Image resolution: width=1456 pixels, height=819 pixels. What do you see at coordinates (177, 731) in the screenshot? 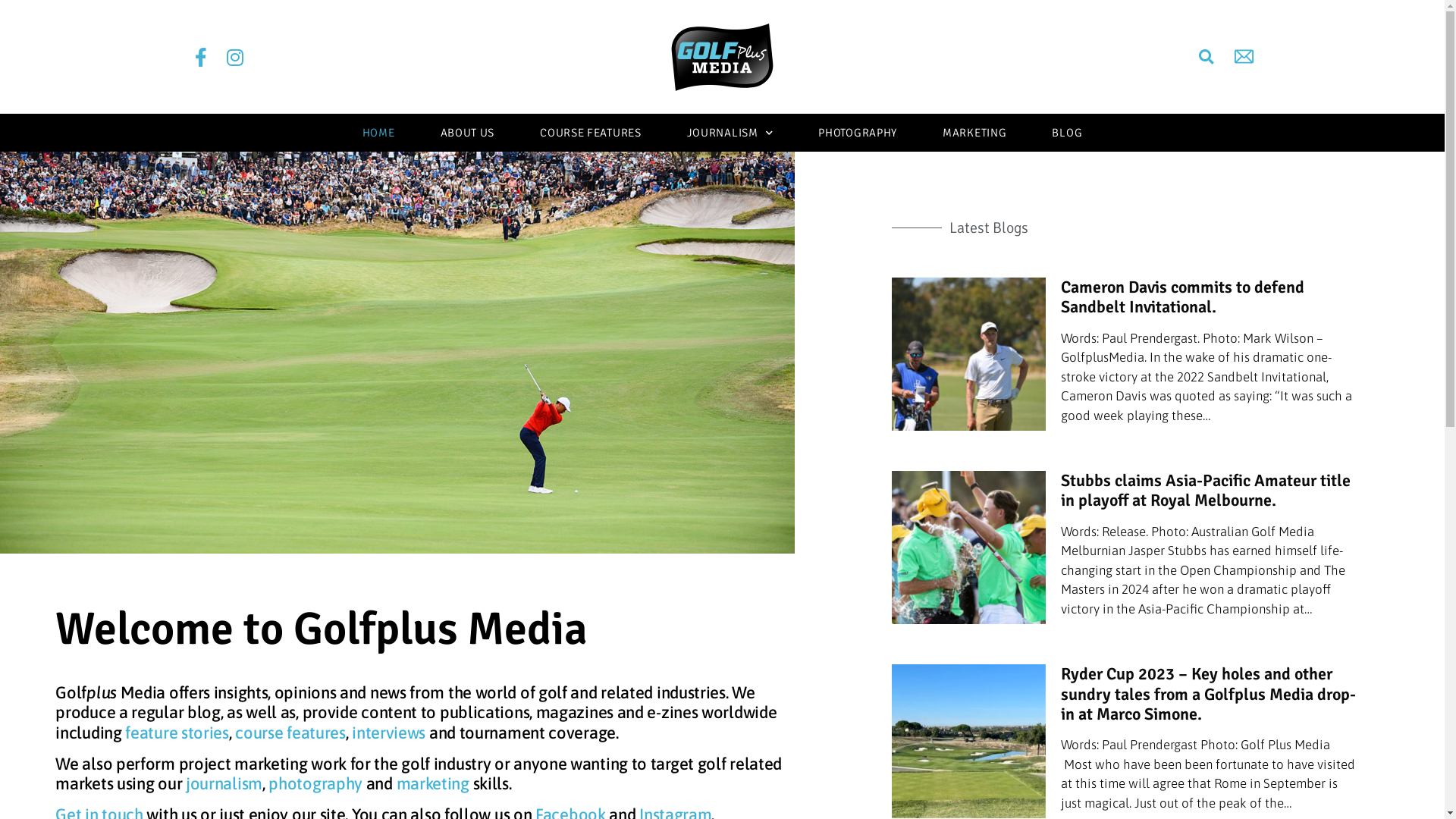
I see `'feature stories'` at bounding box center [177, 731].